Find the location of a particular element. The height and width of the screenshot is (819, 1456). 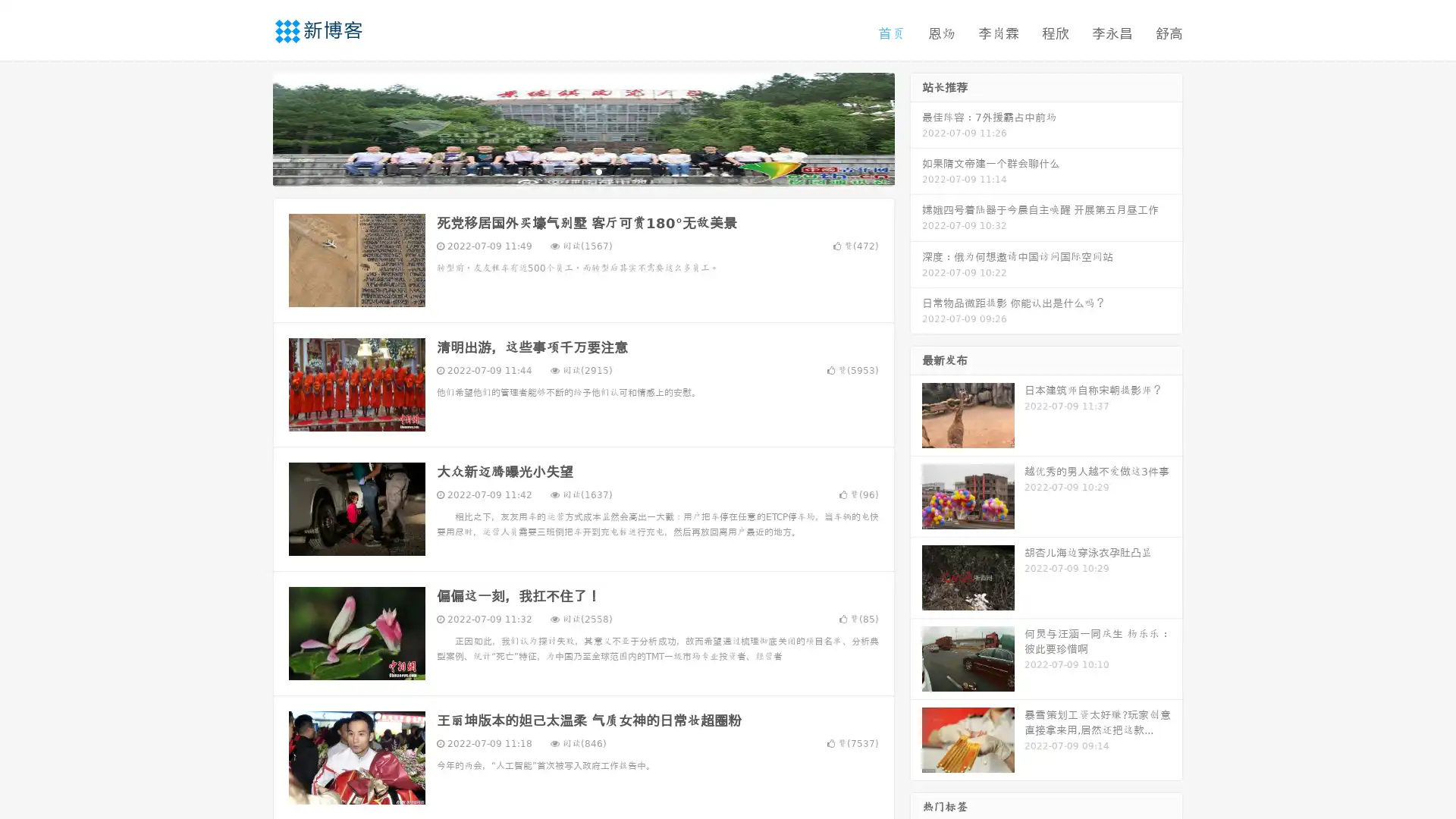

Next slide is located at coordinates (916, 127).